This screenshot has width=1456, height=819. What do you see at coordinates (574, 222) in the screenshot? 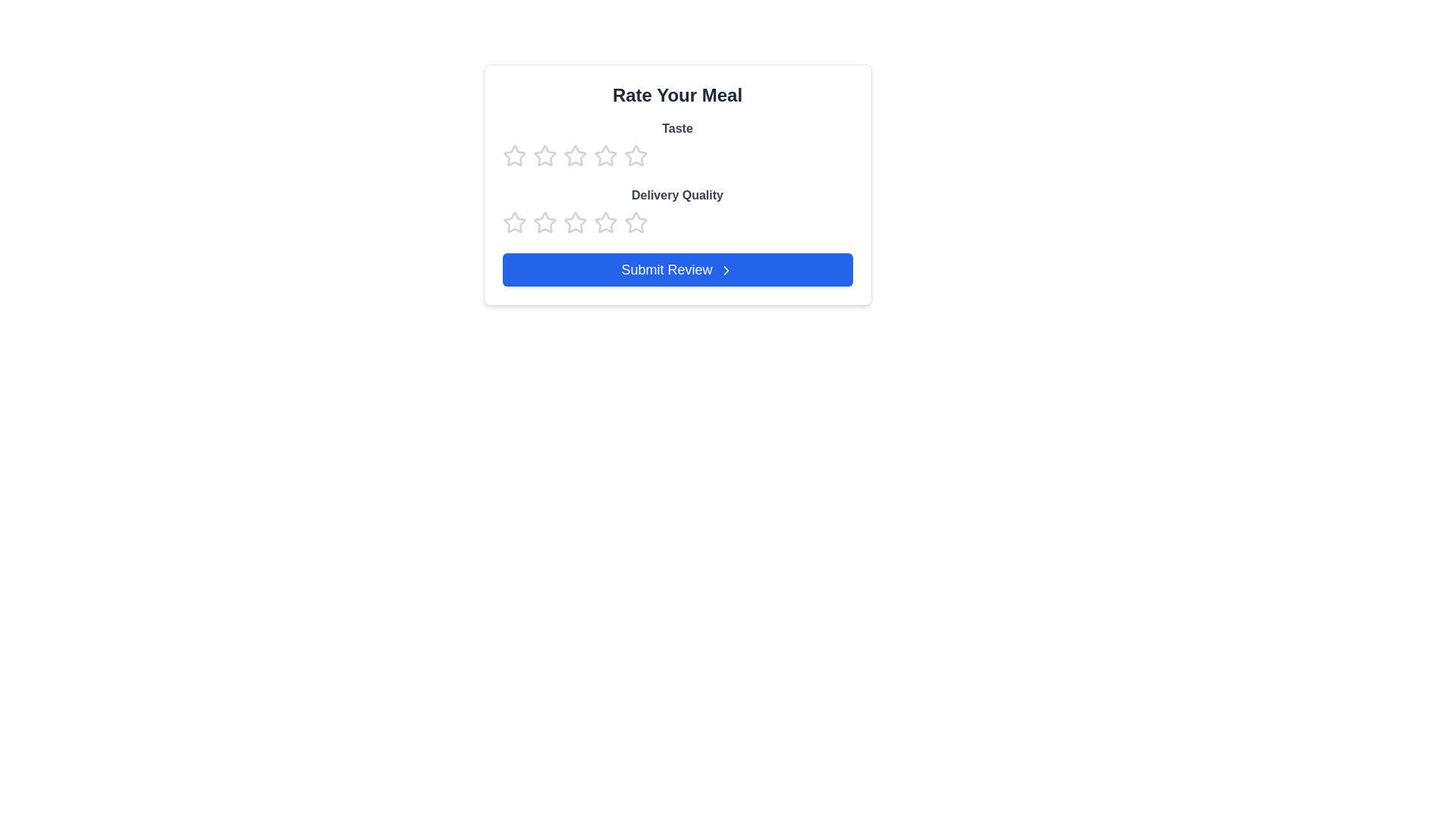
I see `the second star icon from the left in the rating system under the 'Delivery Quality' label` at bounding box center [574, 222].